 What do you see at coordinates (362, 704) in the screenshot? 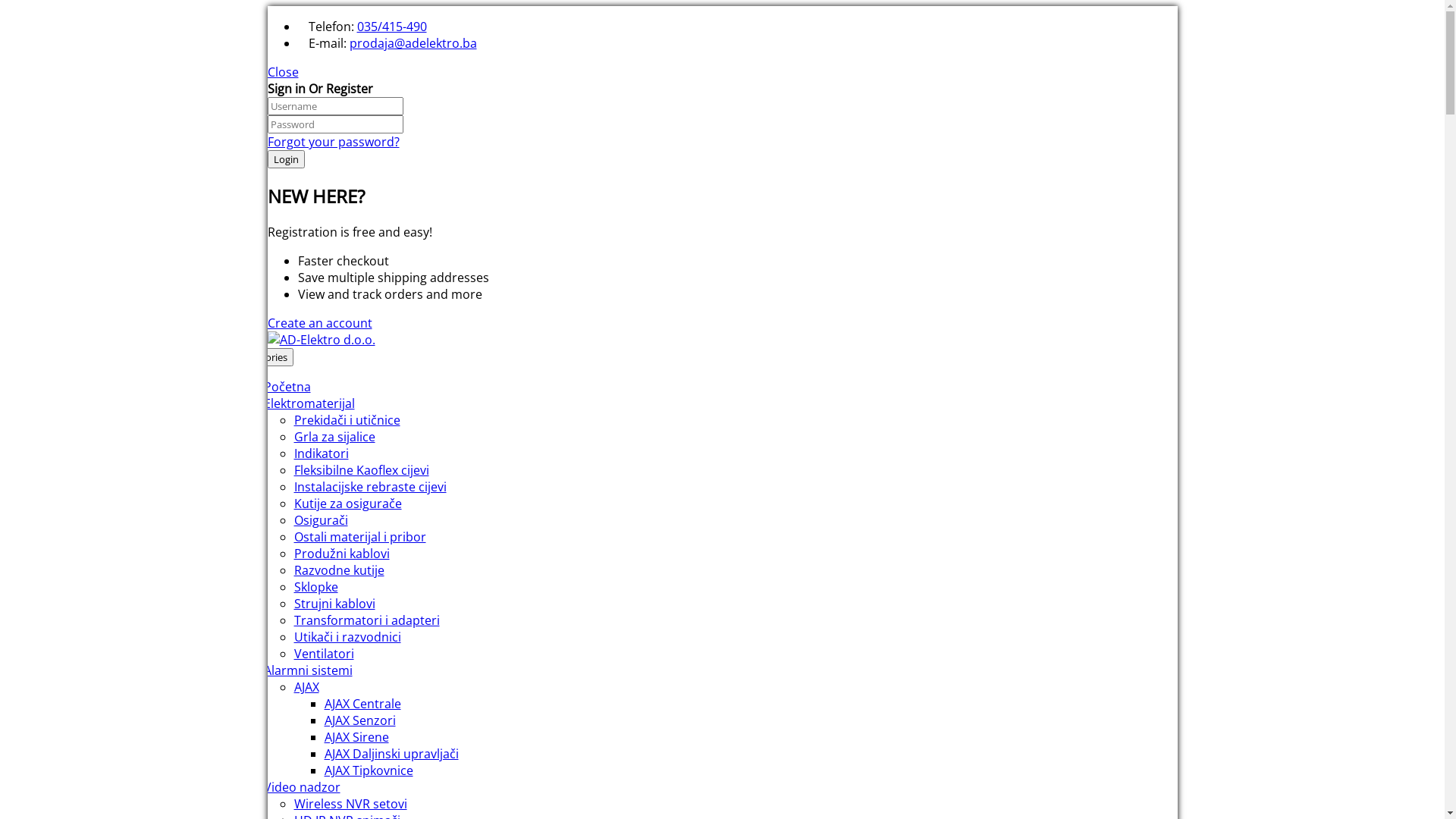
I see `'AJAX Centrale'` at bounding box center [362, 704].